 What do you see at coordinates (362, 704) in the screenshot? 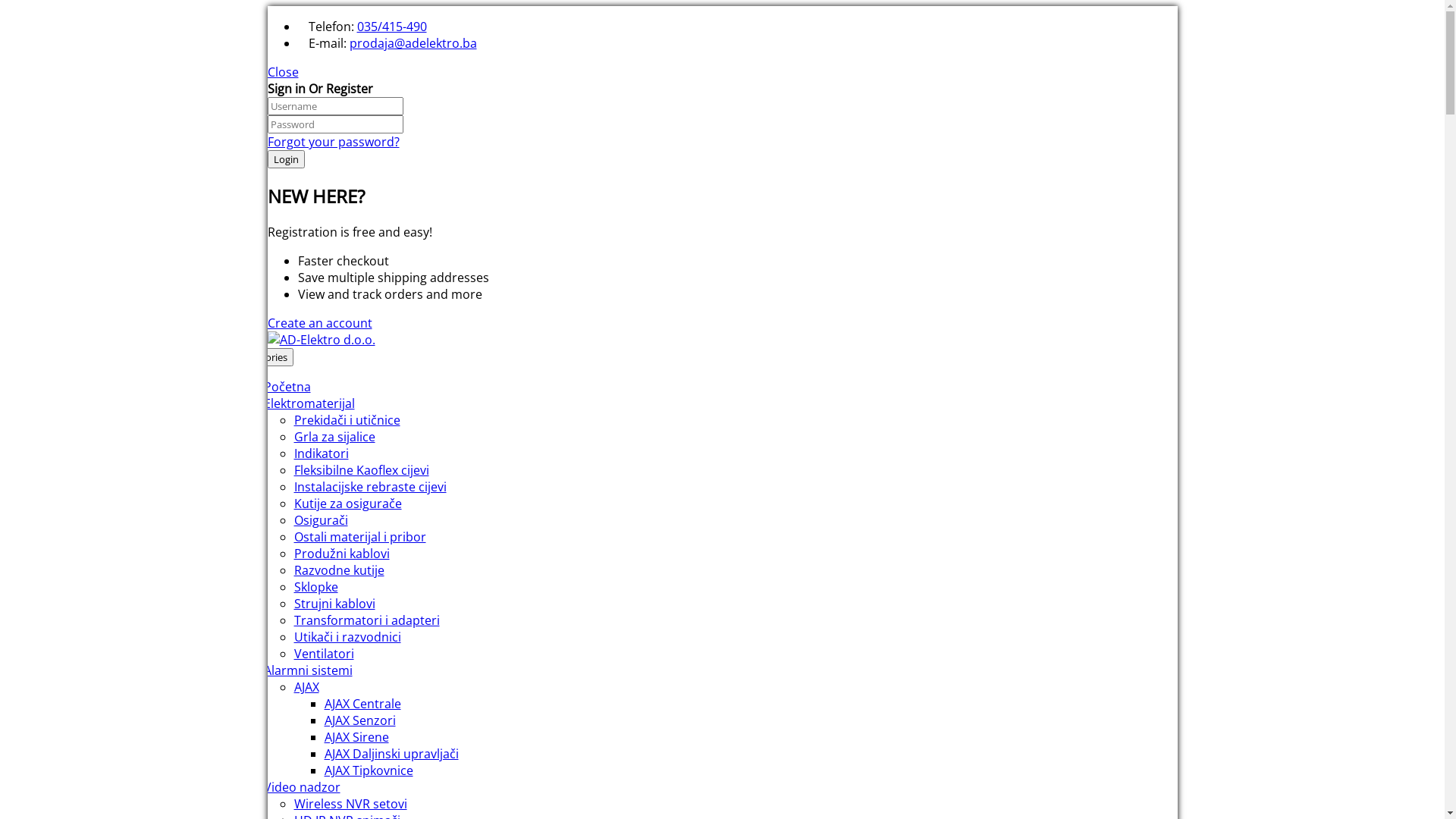
I see `'AJAX Centrale'` at bounding box center [362, 704].